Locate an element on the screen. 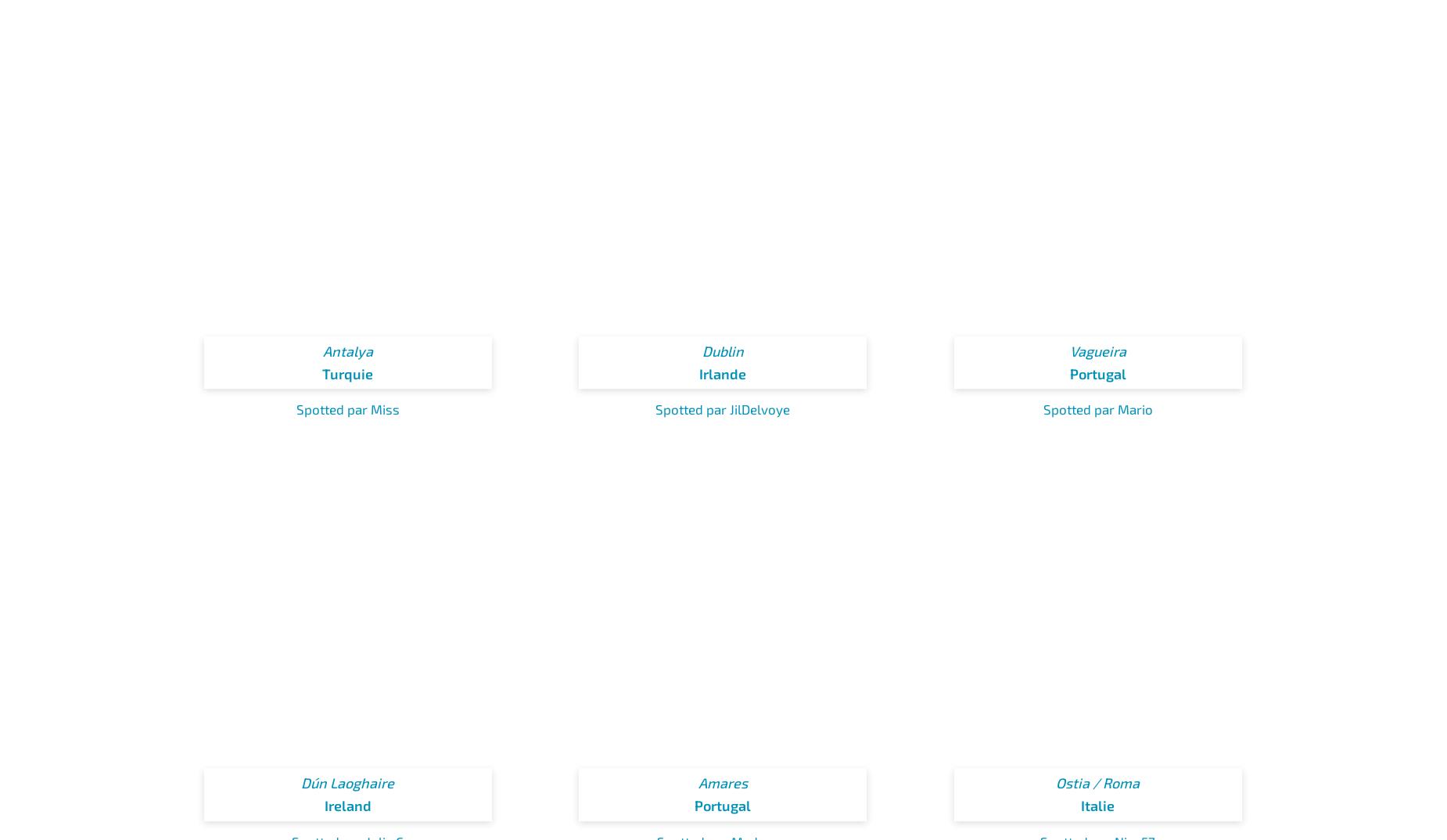 This screenshot has height=840, width=1447. 'Irlande' is located at coordinates (698, 372).